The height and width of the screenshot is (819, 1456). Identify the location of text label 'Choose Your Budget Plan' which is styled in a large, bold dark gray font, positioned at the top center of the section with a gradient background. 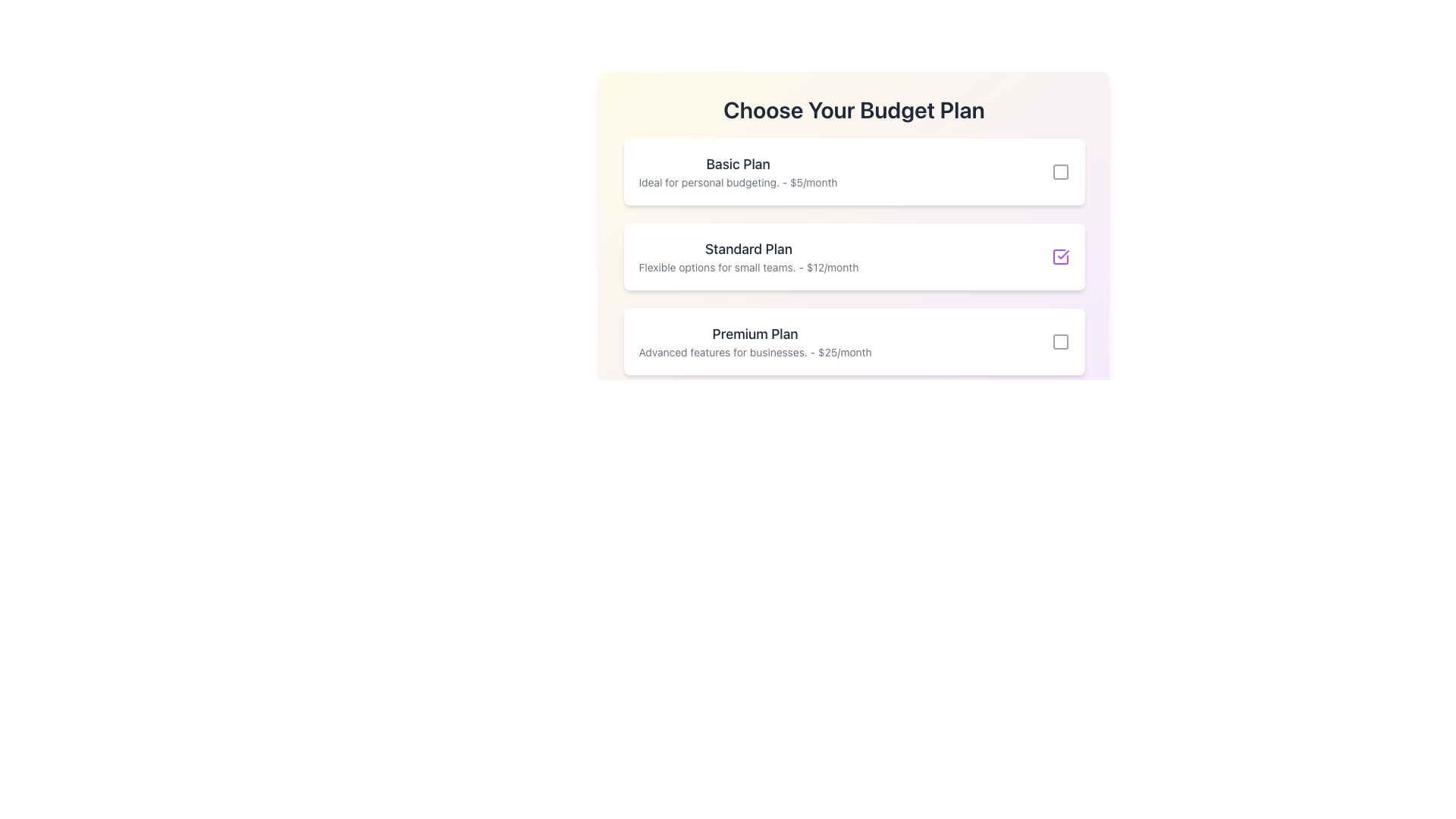
(854, 109).